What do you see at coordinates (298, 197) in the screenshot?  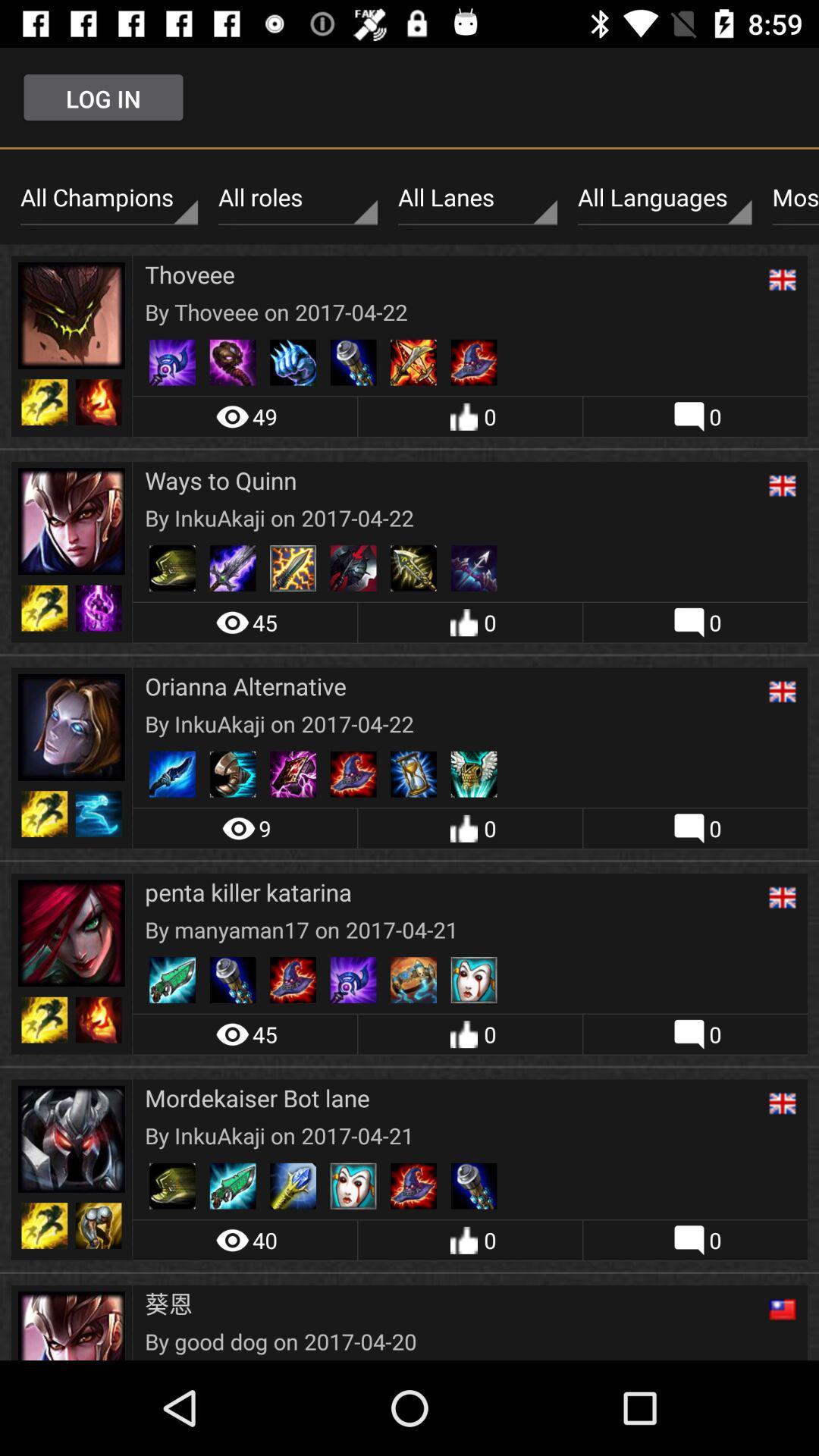 I see `item to the right of all champions icon` at bounding box center [298, 197].